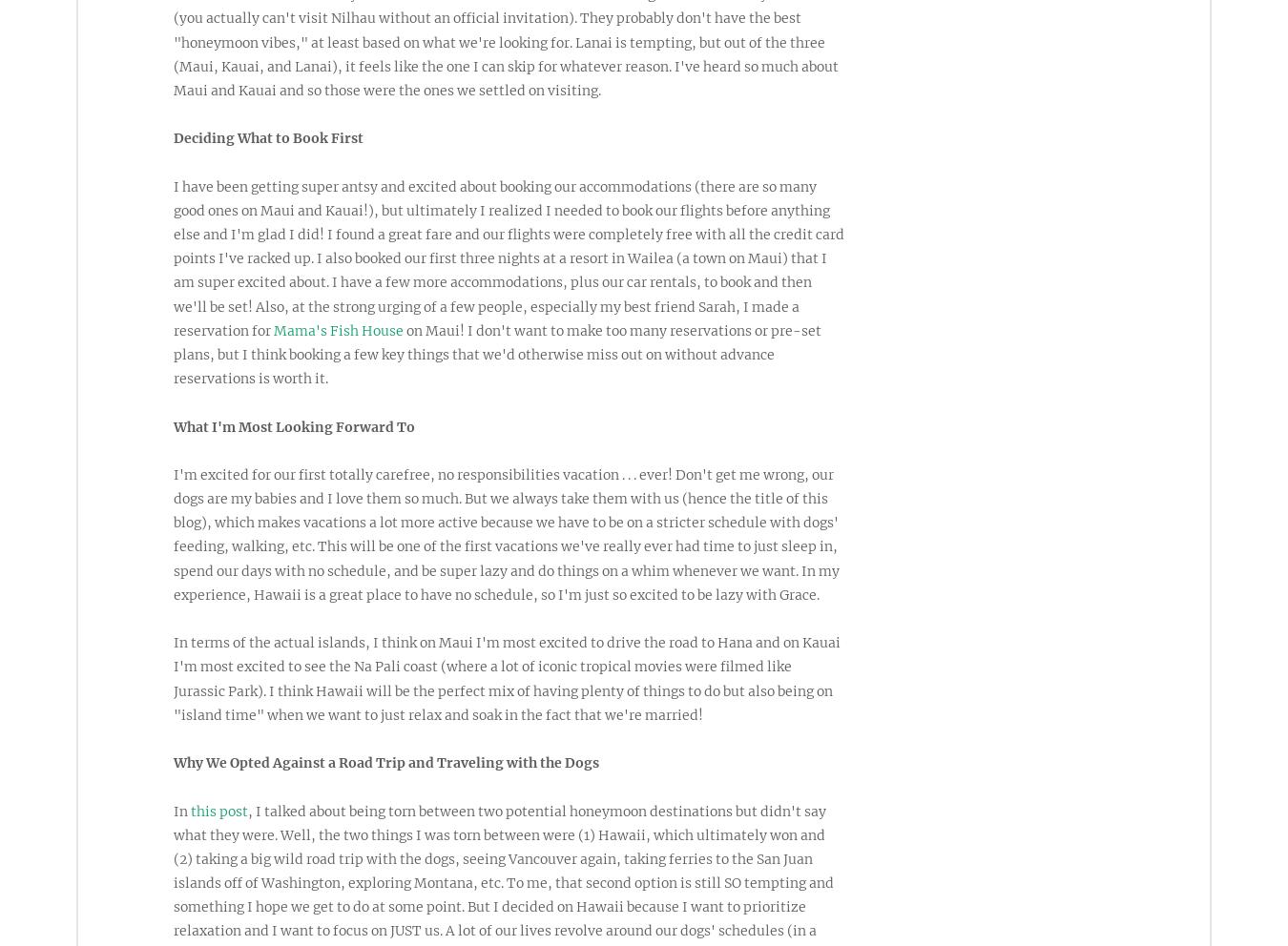 Image resolution: width=1288 pixels, height=946 pixels. I want to click on 'Deciding What to Book First', so click(267, 138).